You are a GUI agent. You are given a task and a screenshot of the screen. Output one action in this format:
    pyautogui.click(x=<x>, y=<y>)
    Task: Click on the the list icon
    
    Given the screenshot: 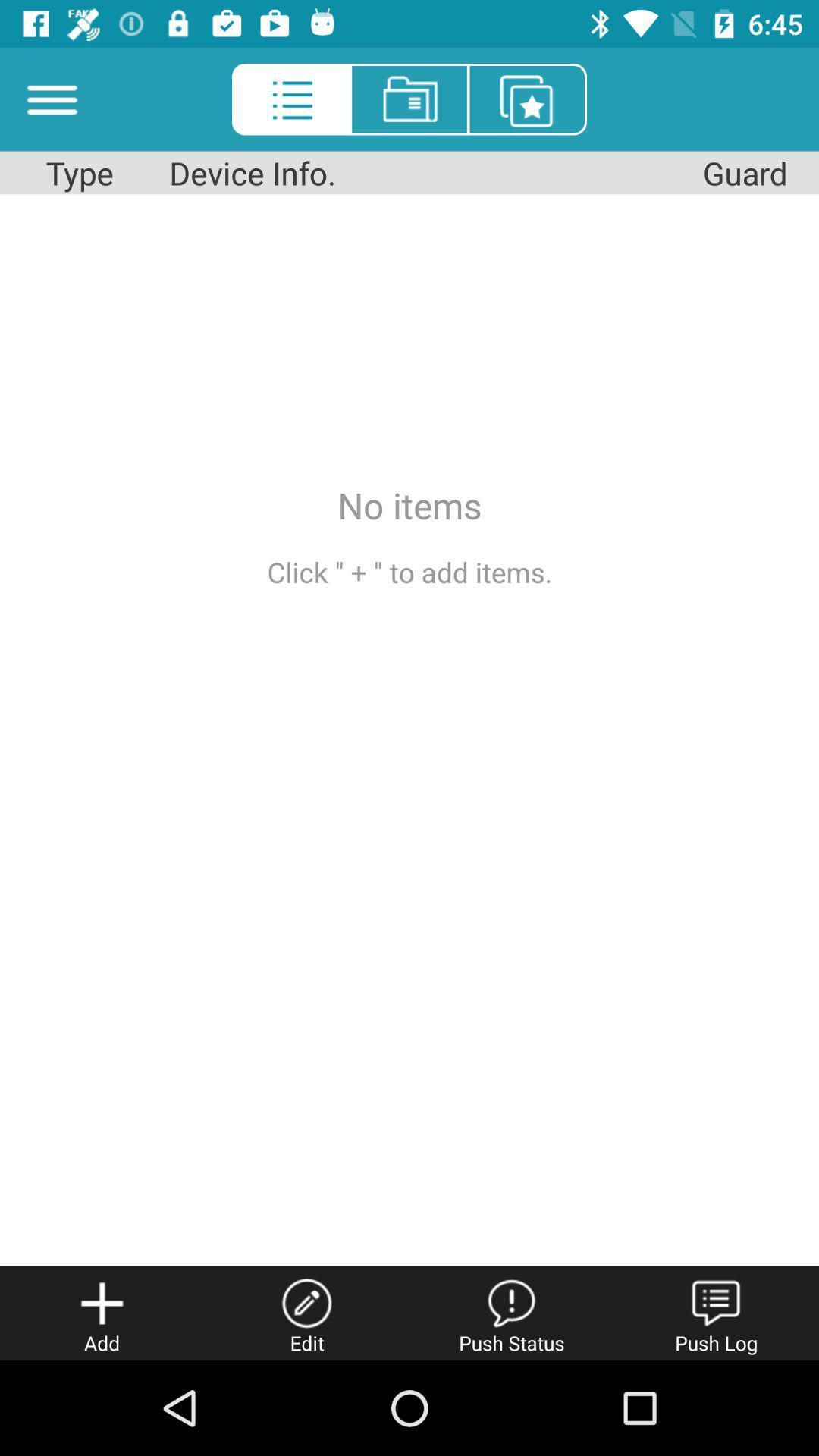 What is the action you would take?
    pyautogui.click(x=291, y=99)
    